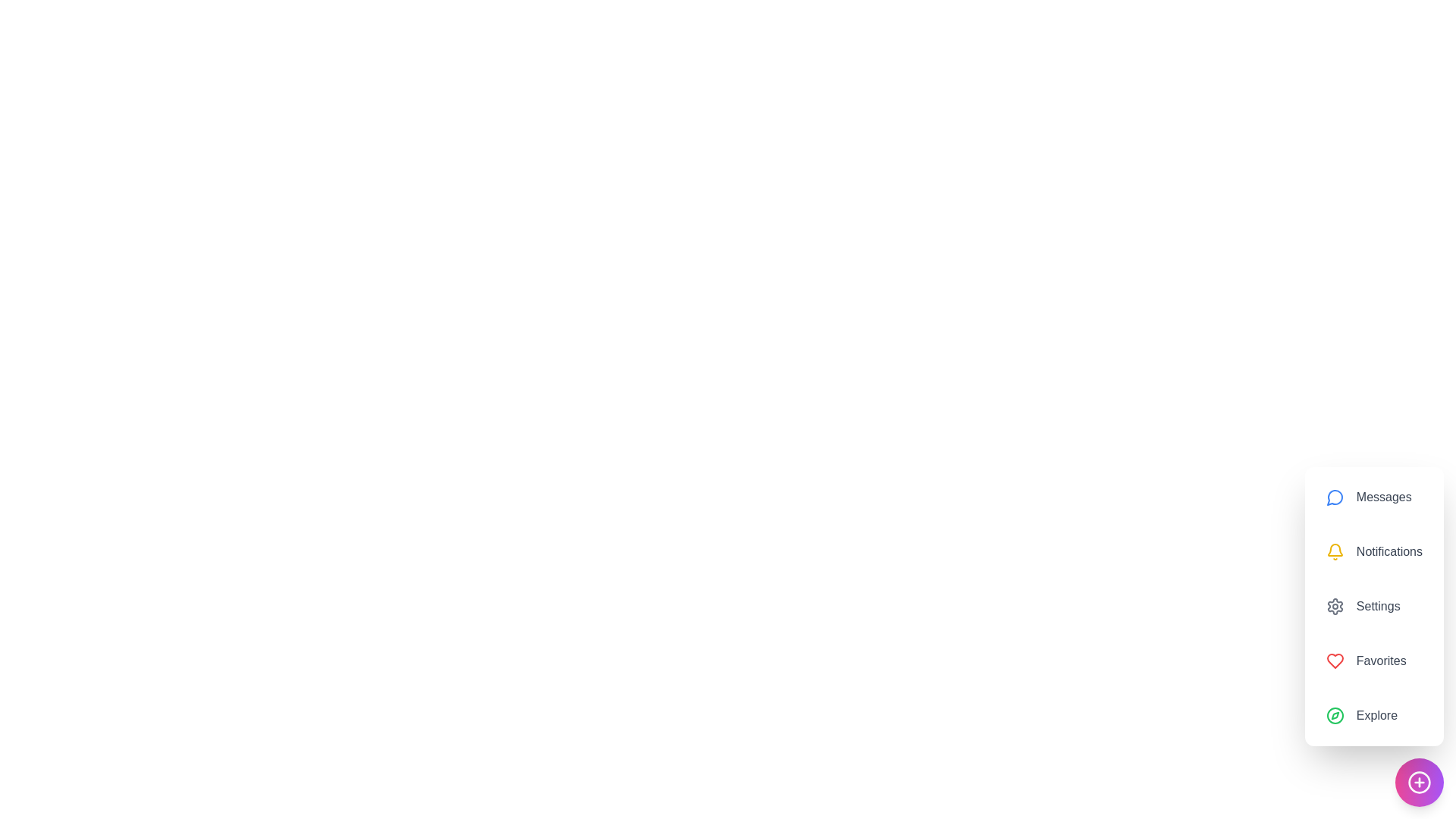  What do you see at coordinates (1373, 552) in the screenshot?
I see `the 'Notifications' button to view notifications` at bounding box center [1373, 552].